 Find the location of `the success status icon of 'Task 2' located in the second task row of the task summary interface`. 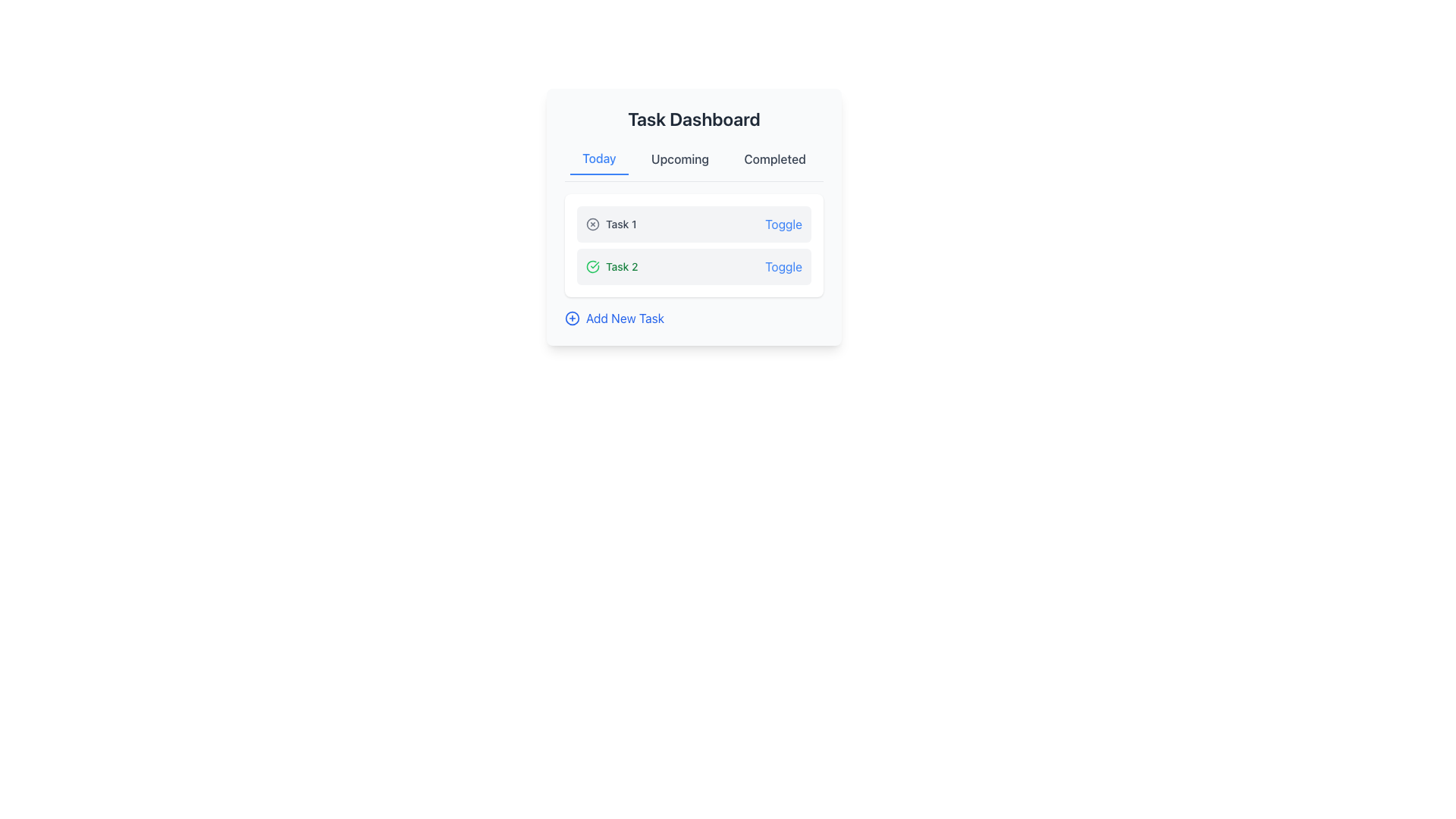

the success status icon of 'Task 2' located in the second task row of the task summary interface is located at coordinates (592, 265).